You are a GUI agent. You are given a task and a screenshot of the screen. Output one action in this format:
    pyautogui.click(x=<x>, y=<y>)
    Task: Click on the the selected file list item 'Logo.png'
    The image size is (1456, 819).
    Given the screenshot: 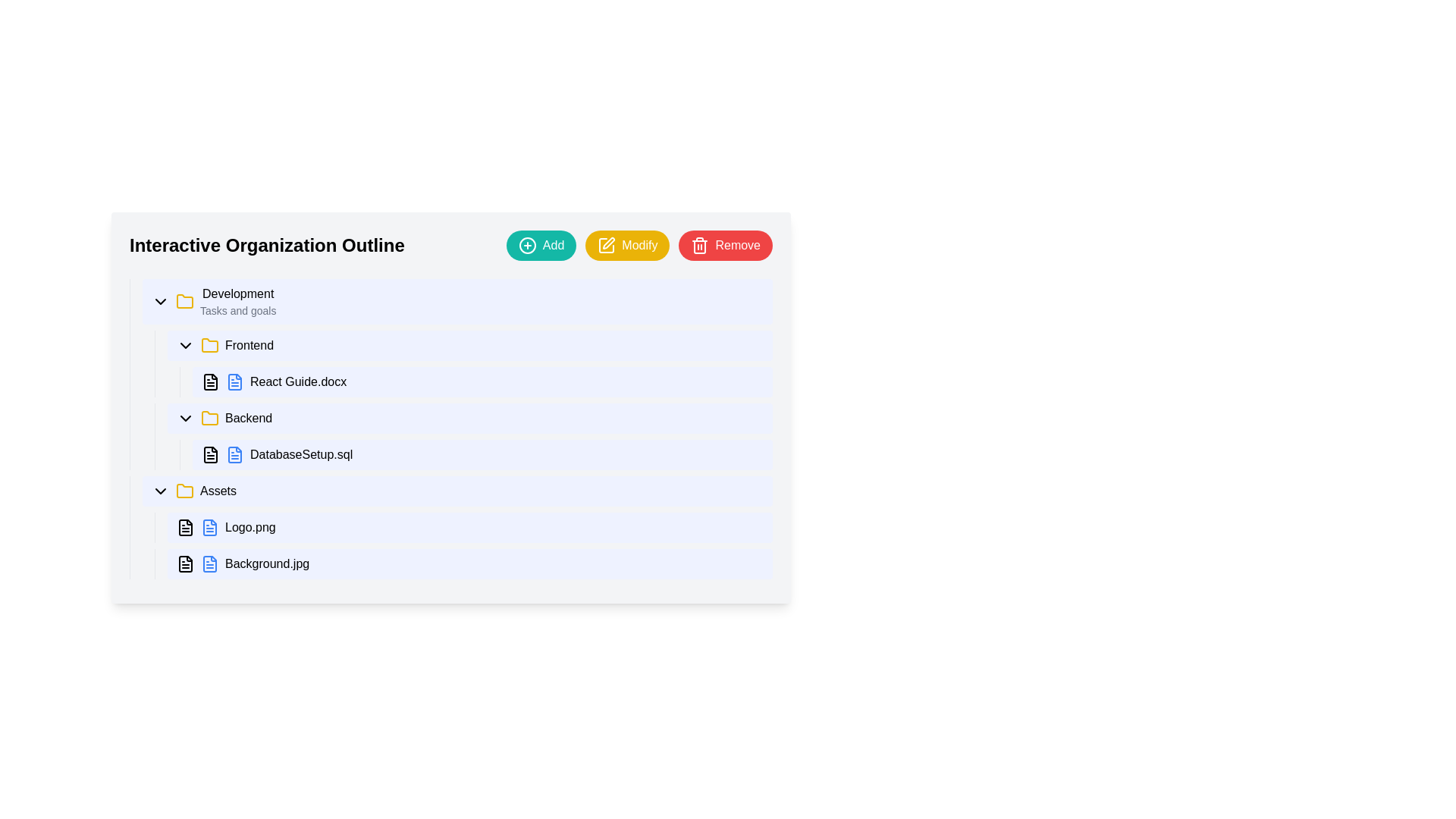 What is the action you would take?
    pyautogui.click(x=463, y=526)
    